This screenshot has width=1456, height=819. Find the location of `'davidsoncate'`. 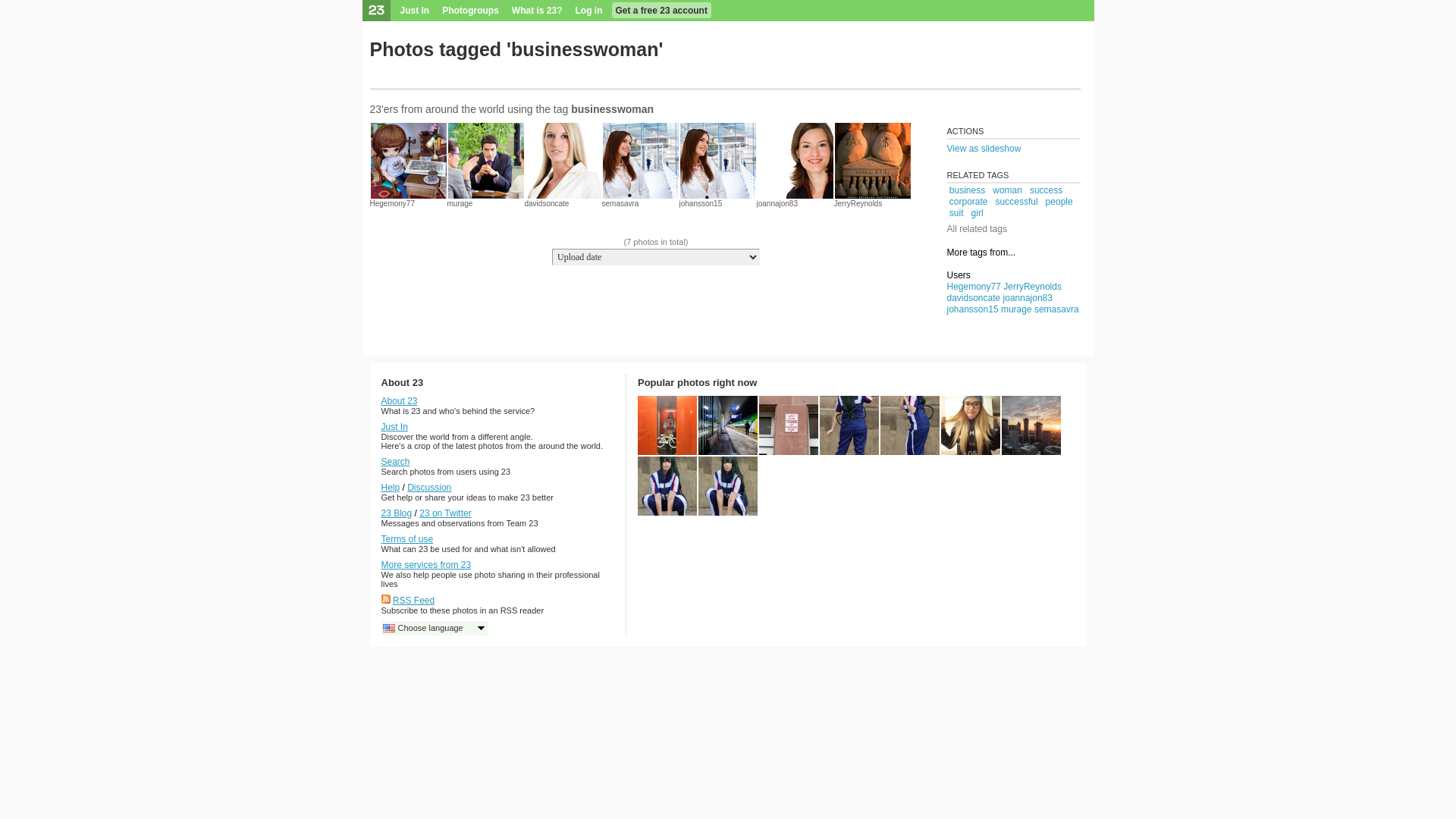

'davidsoncate' is located at coordinates (546, 202).